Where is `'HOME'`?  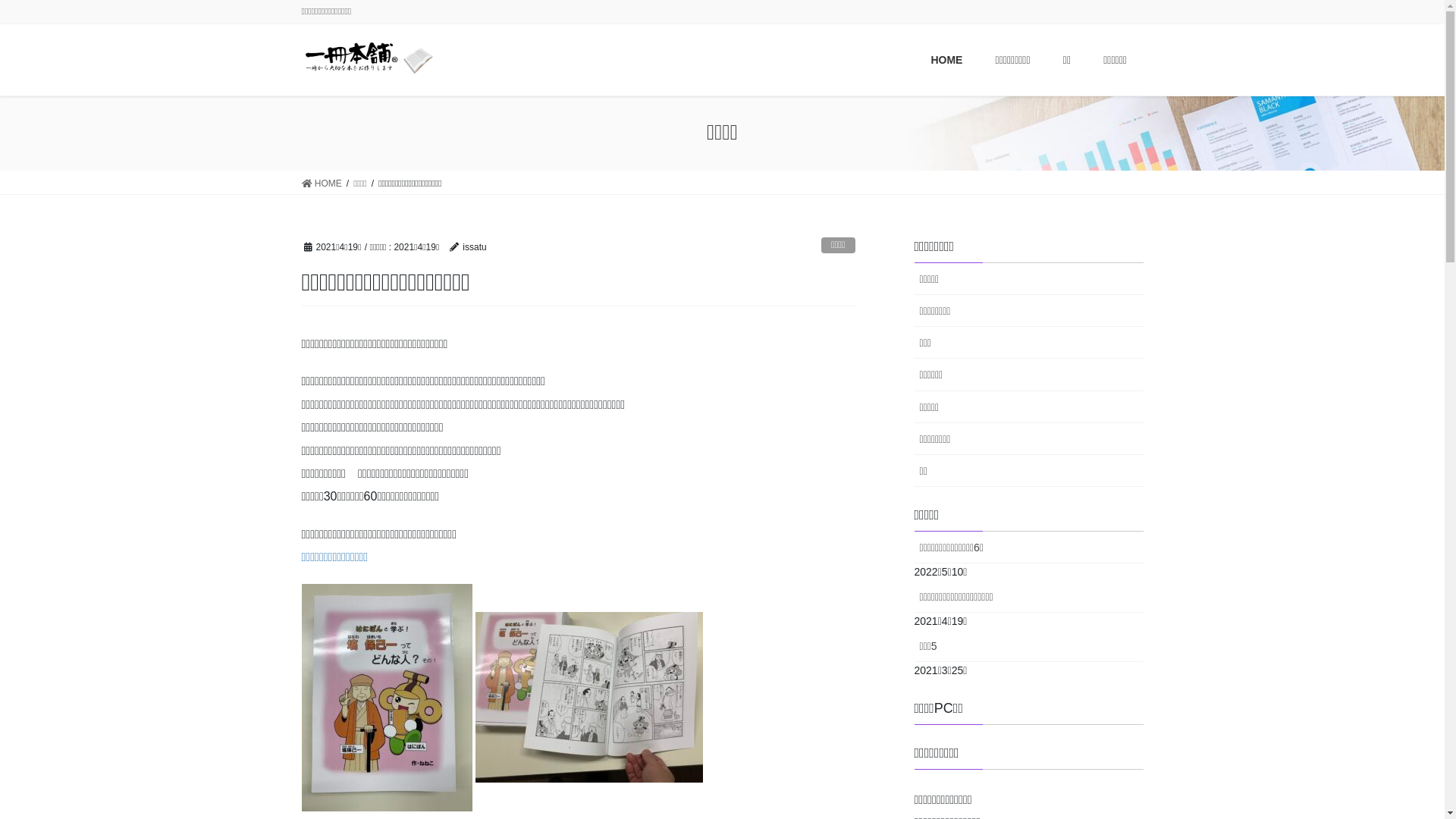 'HOME' is located at coordinates (946, 60).